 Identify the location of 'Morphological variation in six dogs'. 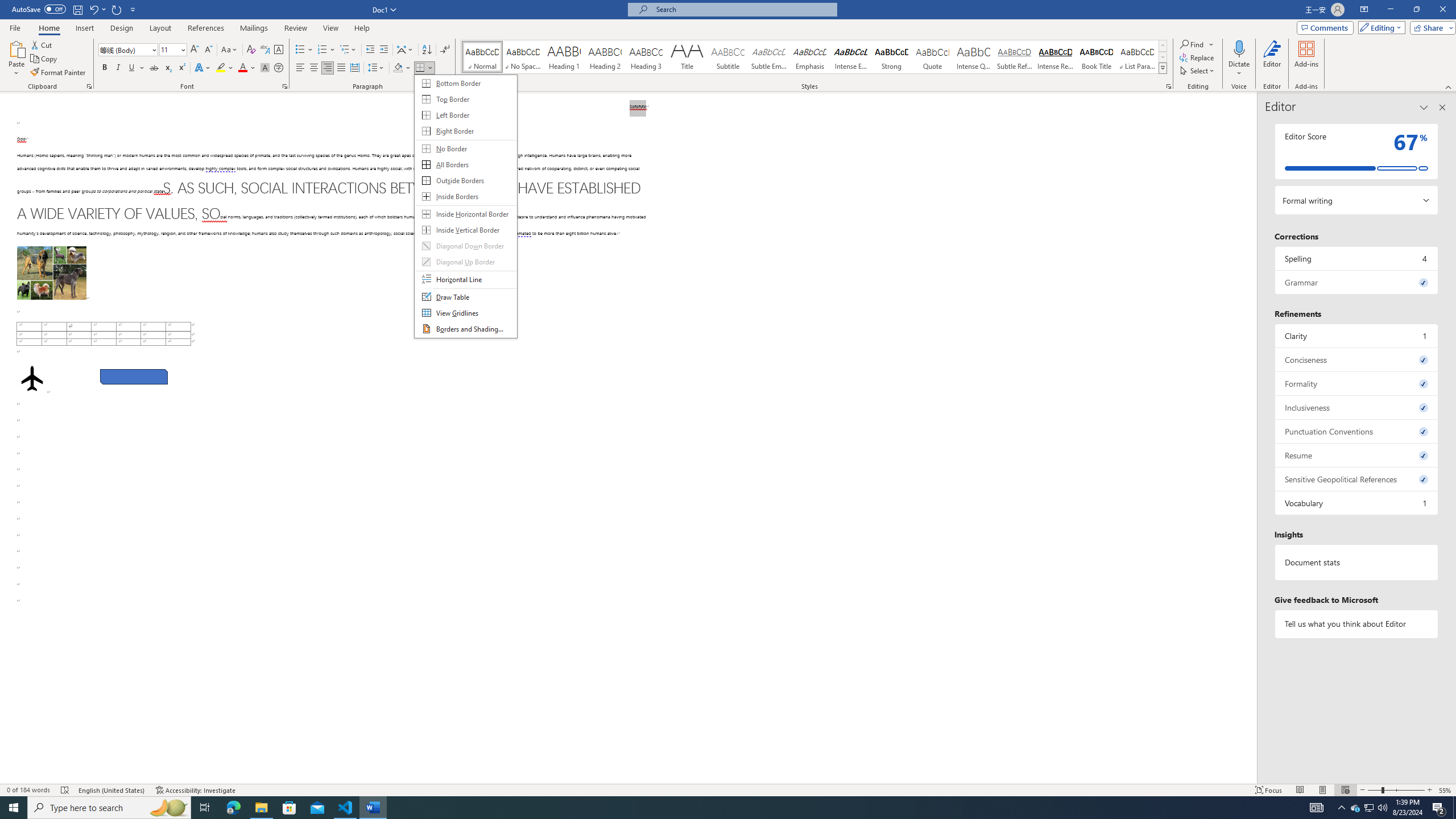
(51, 272).